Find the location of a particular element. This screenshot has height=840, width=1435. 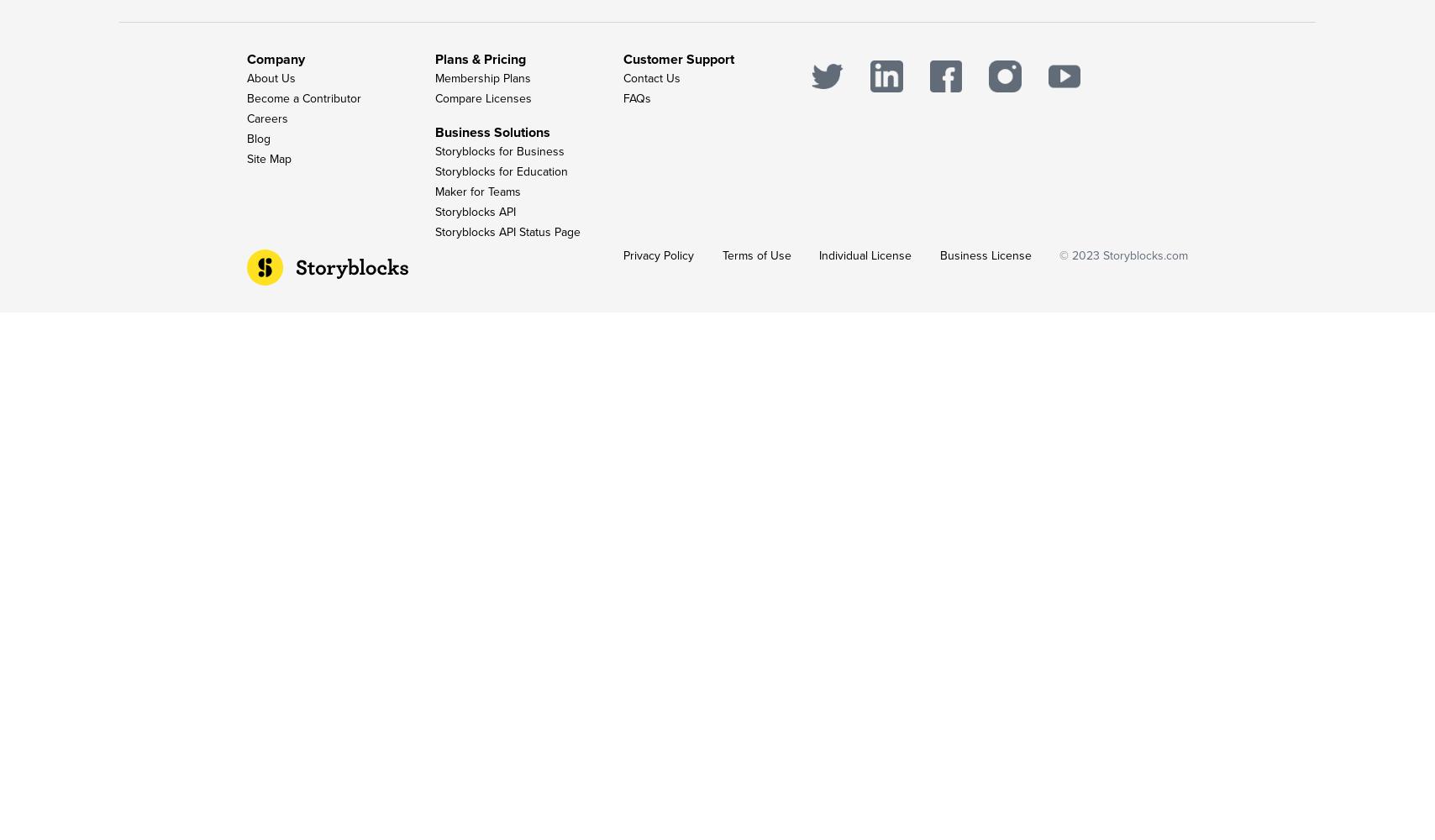

'© 2023' is located at coordinates (1059, 255).